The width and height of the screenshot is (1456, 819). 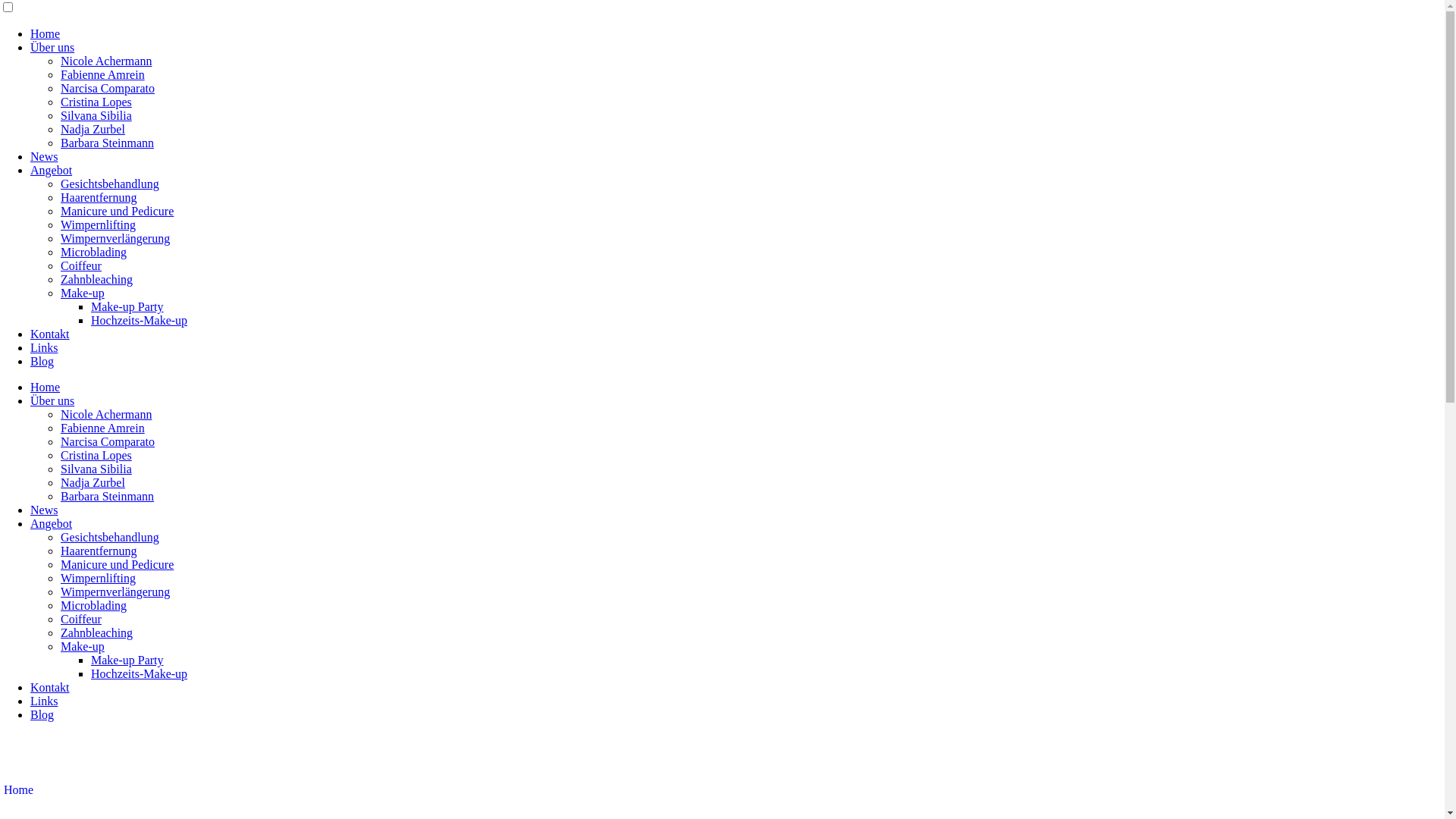 I want to click on 'Microblading', so click(x=61, y=251).